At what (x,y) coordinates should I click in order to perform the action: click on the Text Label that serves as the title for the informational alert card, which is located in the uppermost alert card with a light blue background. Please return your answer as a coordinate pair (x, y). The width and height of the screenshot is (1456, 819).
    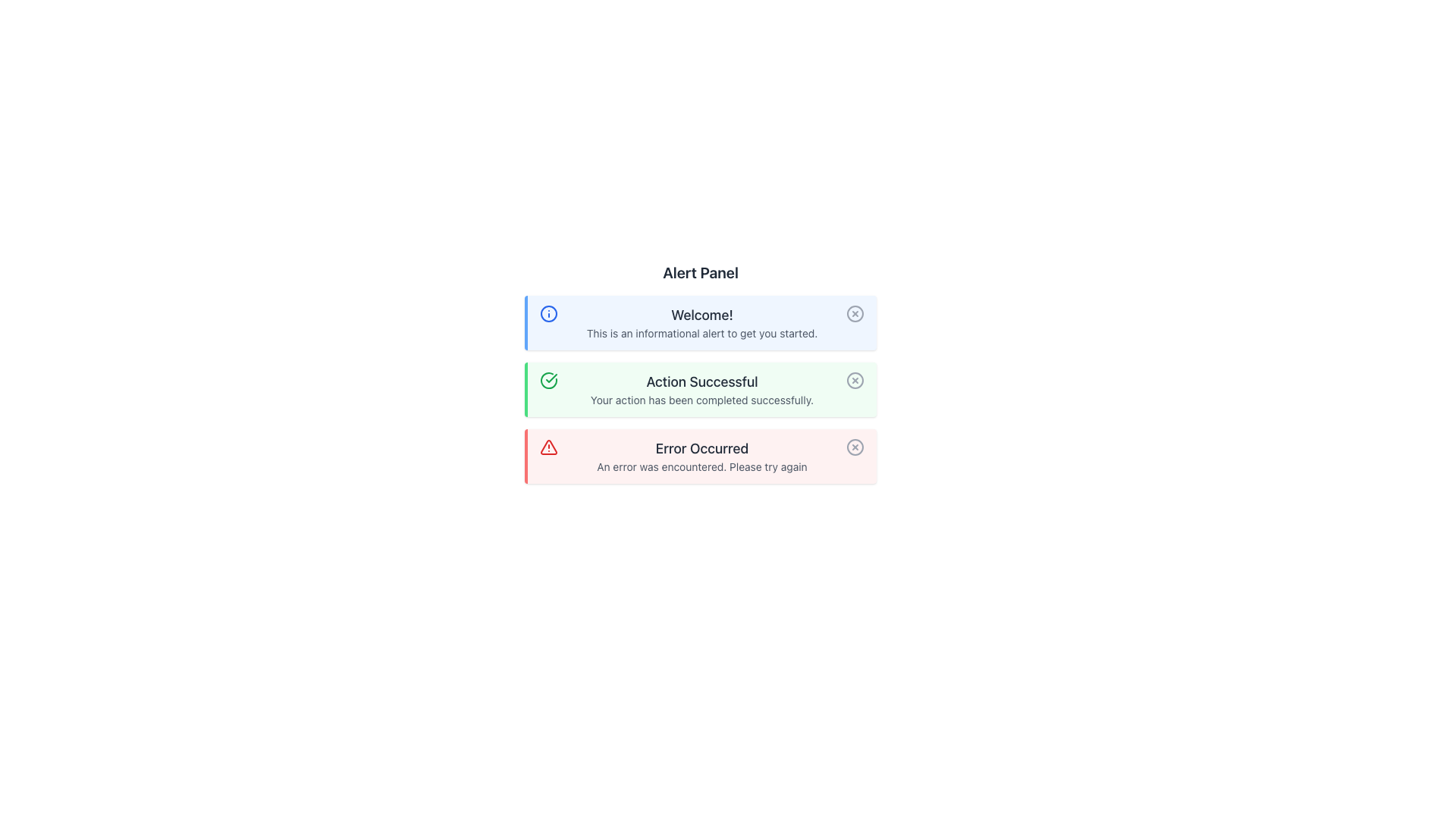
    Looking at the image, I should click on (701, 315).